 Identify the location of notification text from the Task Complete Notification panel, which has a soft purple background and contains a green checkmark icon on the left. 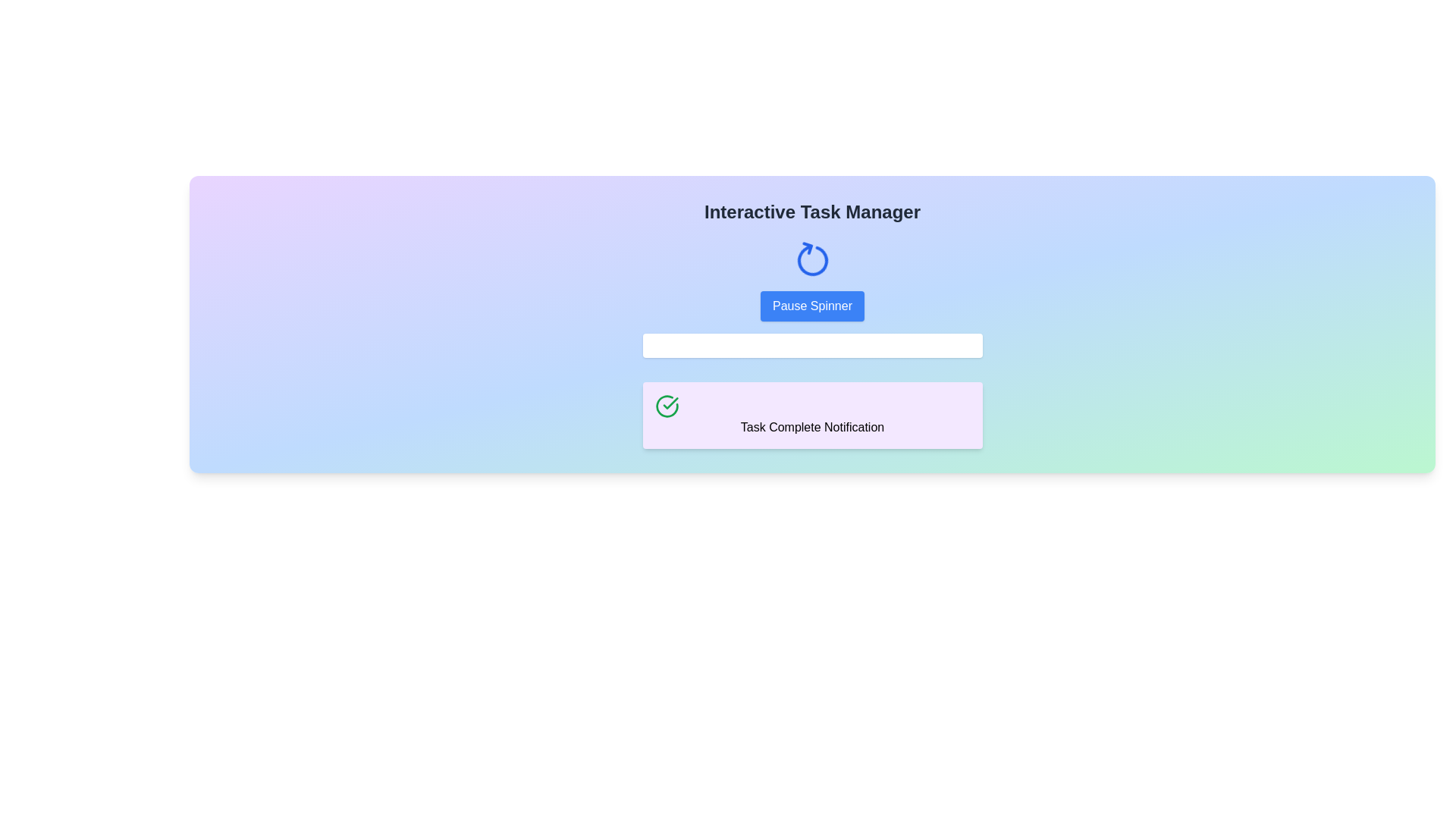
(811, 415).